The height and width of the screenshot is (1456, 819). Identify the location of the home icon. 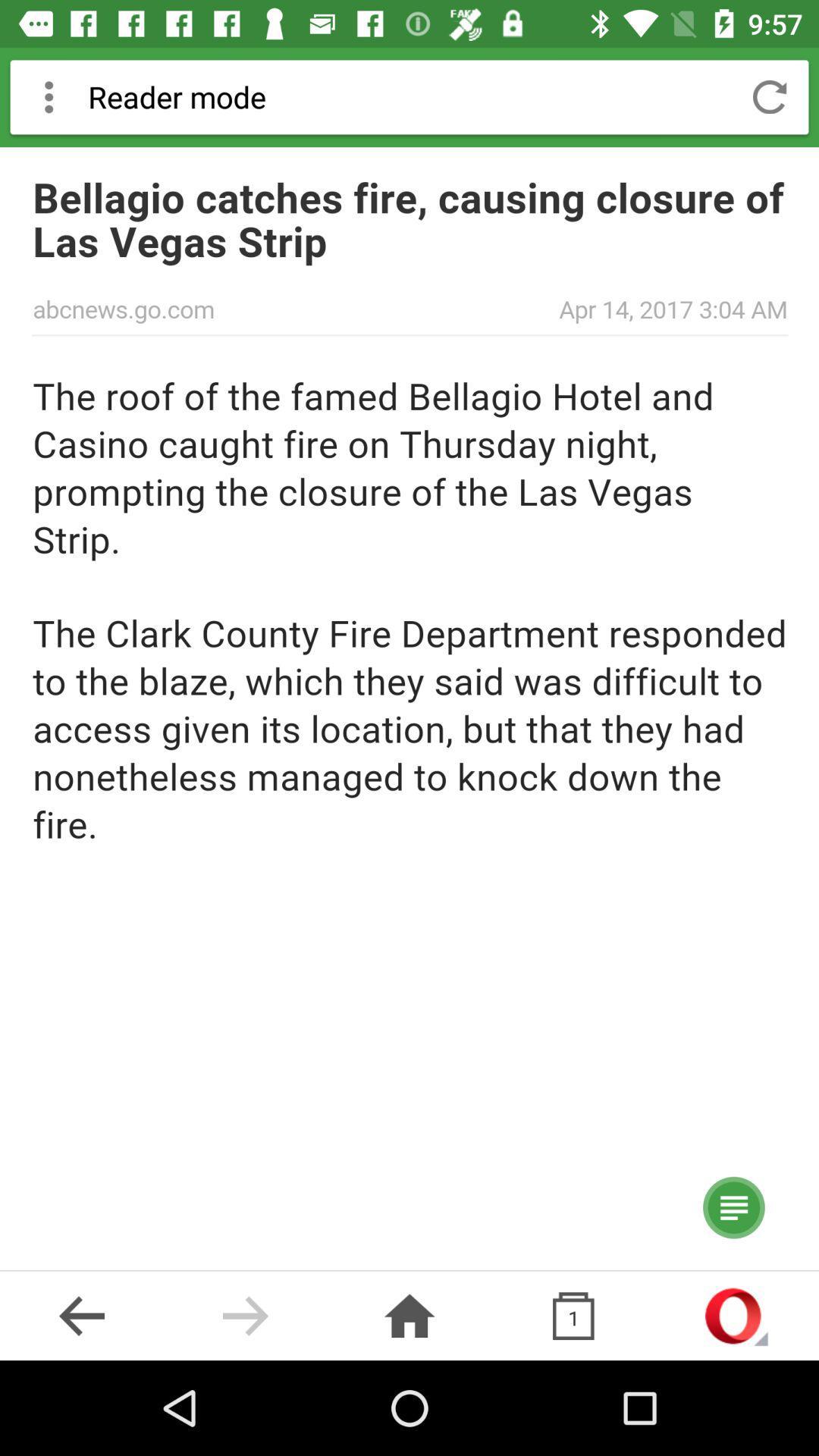
(409, 1315).